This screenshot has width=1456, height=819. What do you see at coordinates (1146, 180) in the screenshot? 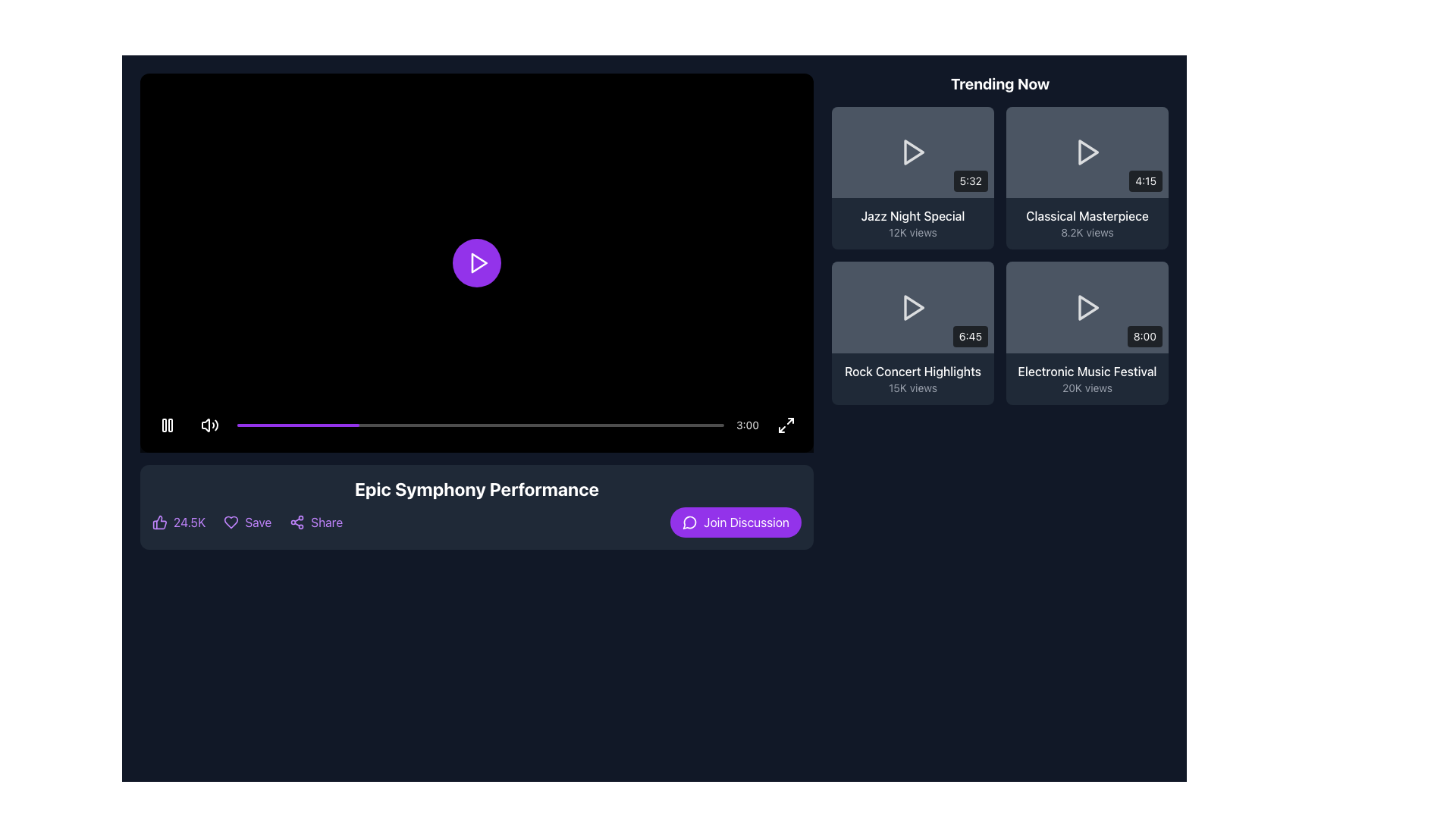
I see `the badge displaying the video duration located at the bottom-right corner of the video thumbnail interface` at bounding box center [1146, 180].